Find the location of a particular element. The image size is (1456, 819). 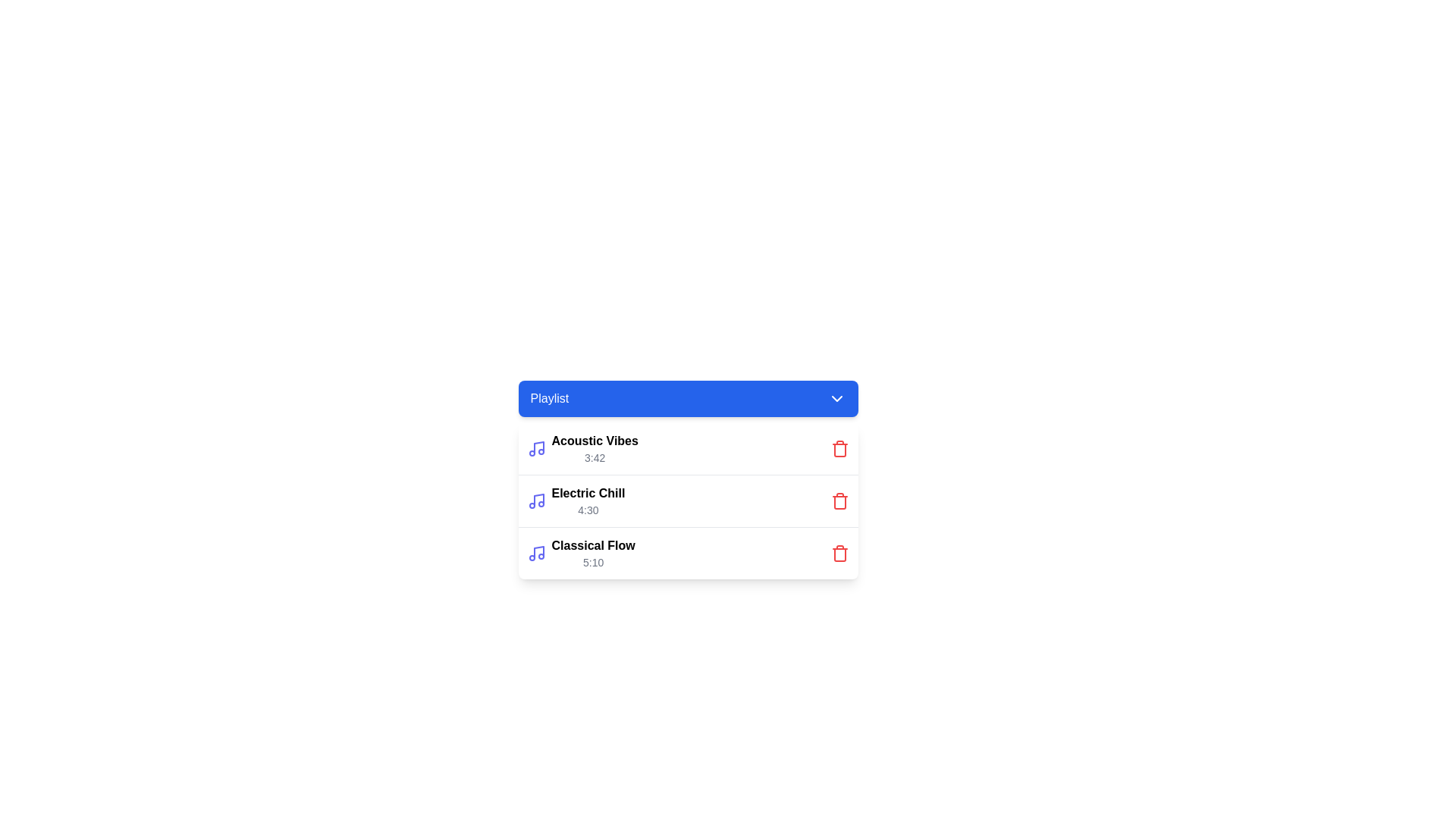

the text of the third song in the playlist, which is labeled as its title, for copying is located at coordinates (592, 546).